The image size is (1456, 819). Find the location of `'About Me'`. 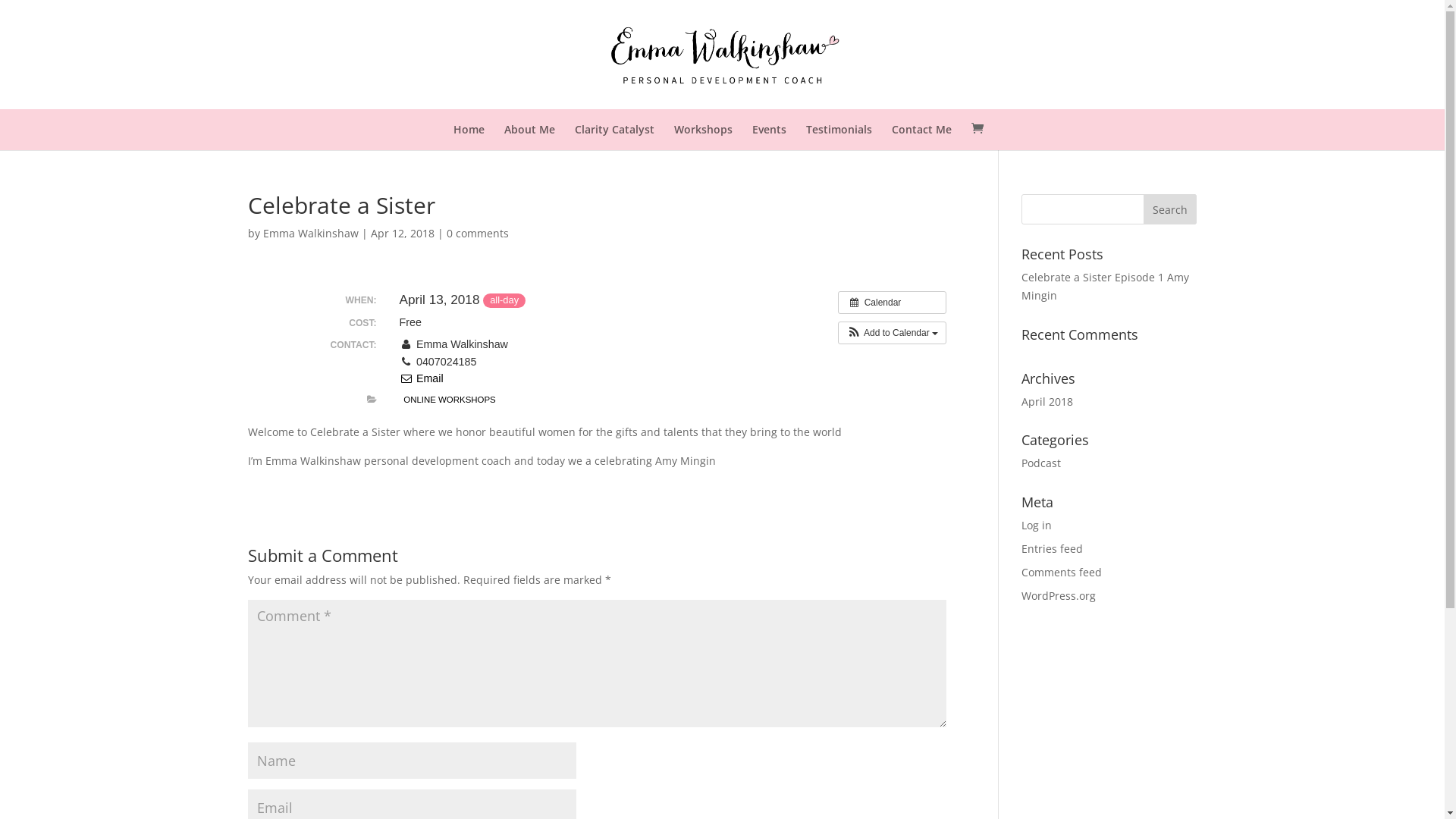

'About Me' is located at coordinates (504, 128).